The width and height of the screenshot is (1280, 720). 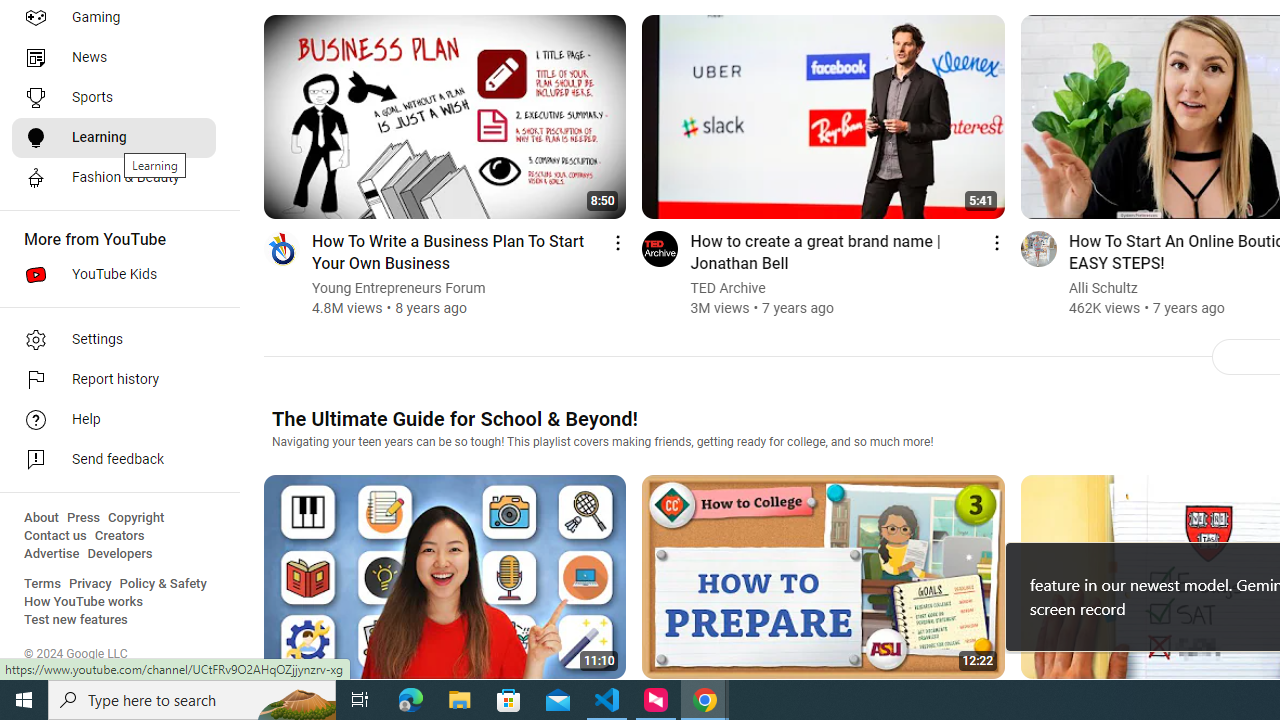 What do you see at coordinates (112, 460) in the screenshot?
I see `'Send feedback'` at bounding box center [112, 460].